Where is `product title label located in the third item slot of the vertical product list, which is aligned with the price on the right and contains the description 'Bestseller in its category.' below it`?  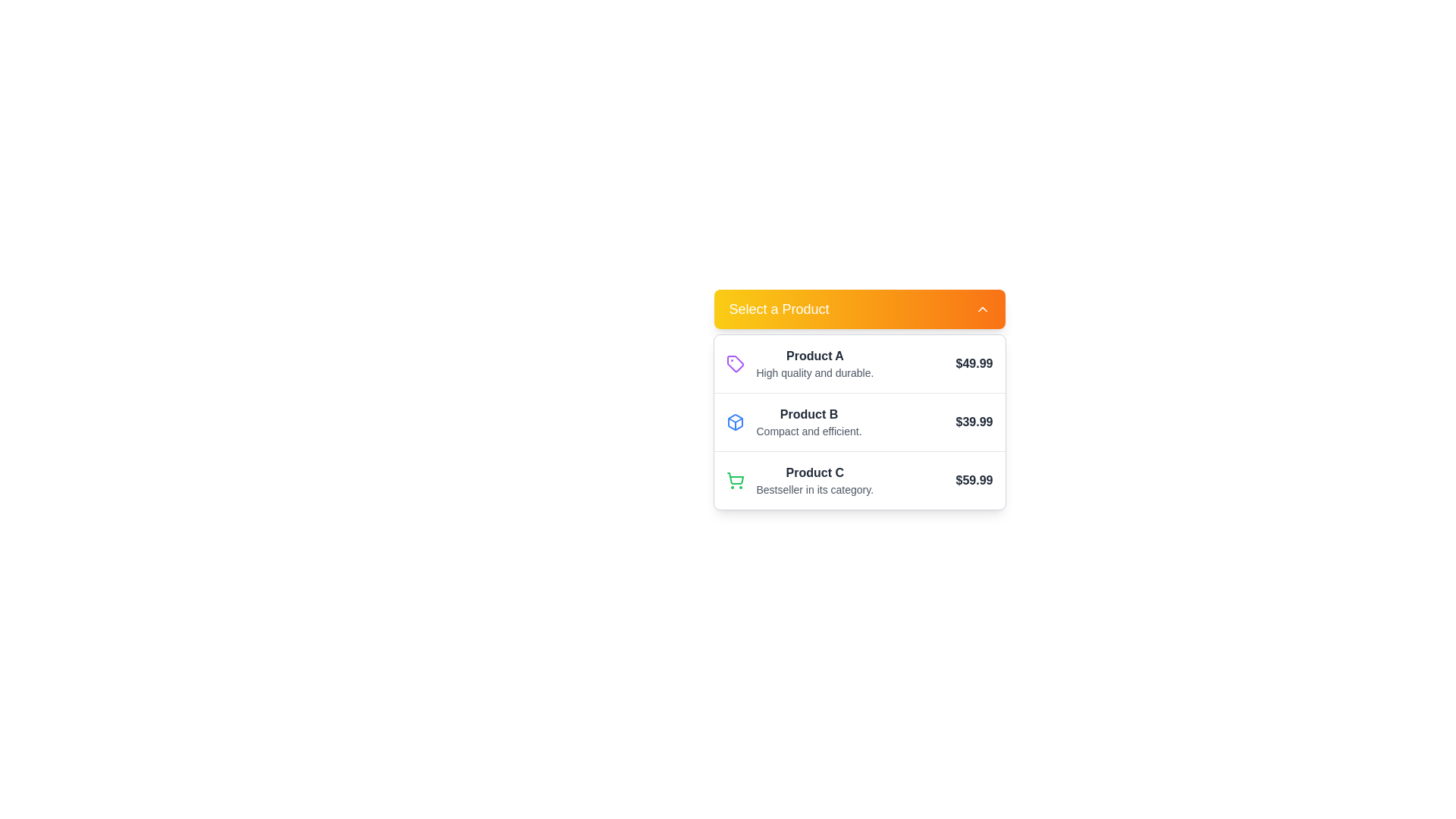 product title label located in the third item slot of the vertical product list, which is aligned with the price on the right and contains the description 'Bestseller in its category.' below it is located at coordinates (814, 472).